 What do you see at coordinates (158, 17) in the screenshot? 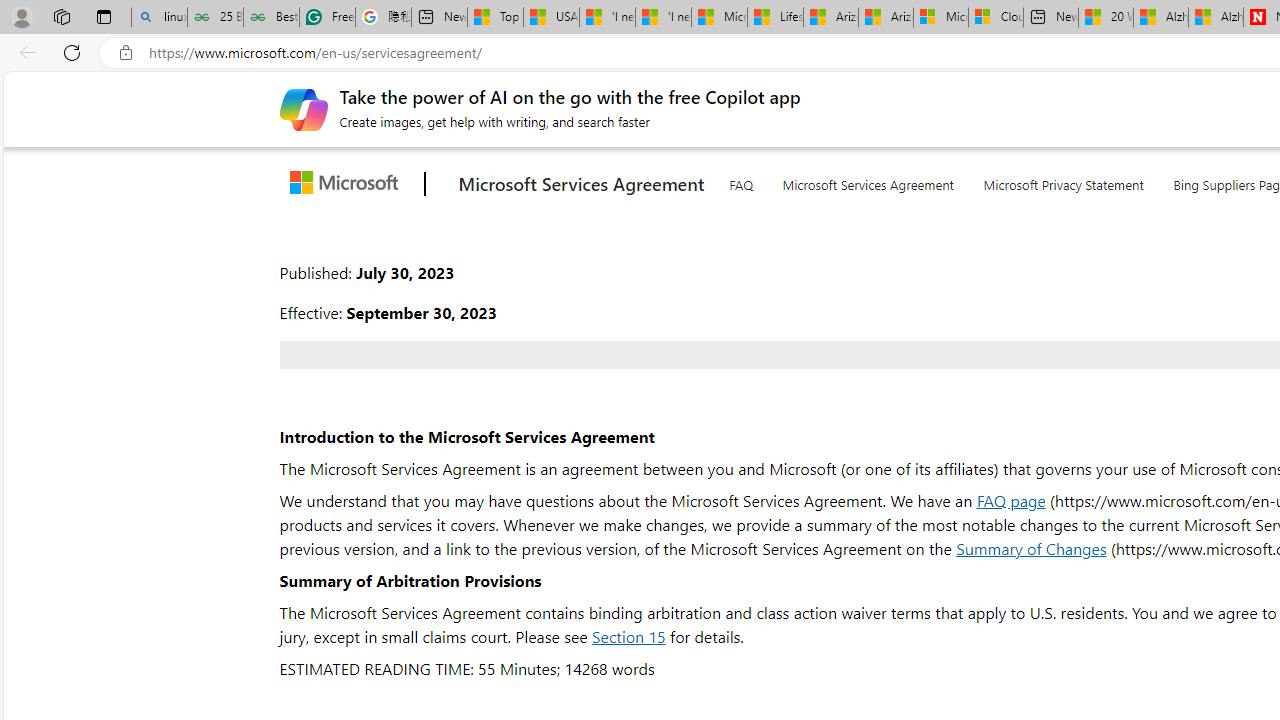
I see `'linux basic - Search'` at bounding box center [158, 17].